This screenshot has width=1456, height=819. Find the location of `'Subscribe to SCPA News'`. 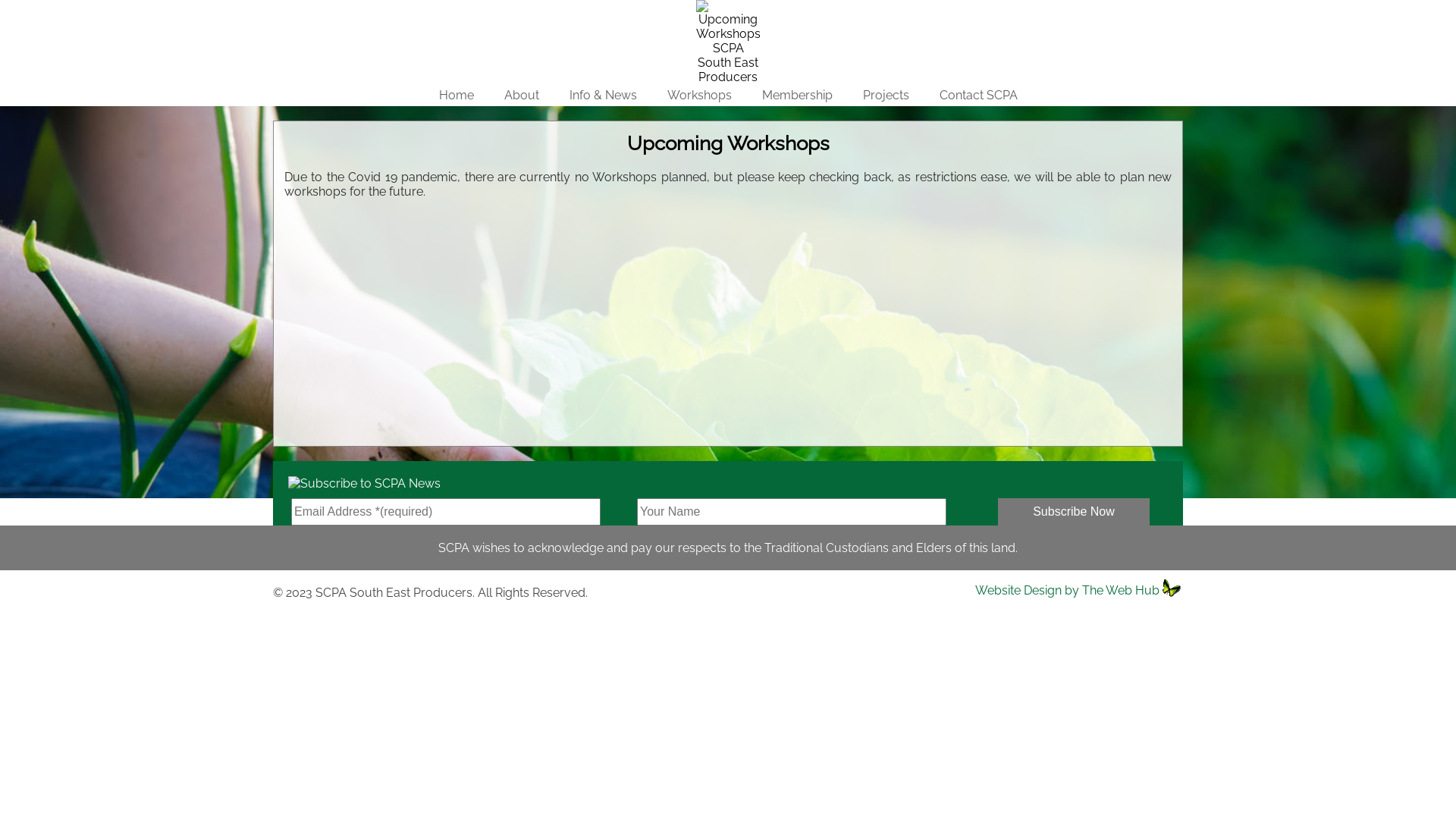

'Subscribe to SCPA News' is located at coordinates (356, 479).